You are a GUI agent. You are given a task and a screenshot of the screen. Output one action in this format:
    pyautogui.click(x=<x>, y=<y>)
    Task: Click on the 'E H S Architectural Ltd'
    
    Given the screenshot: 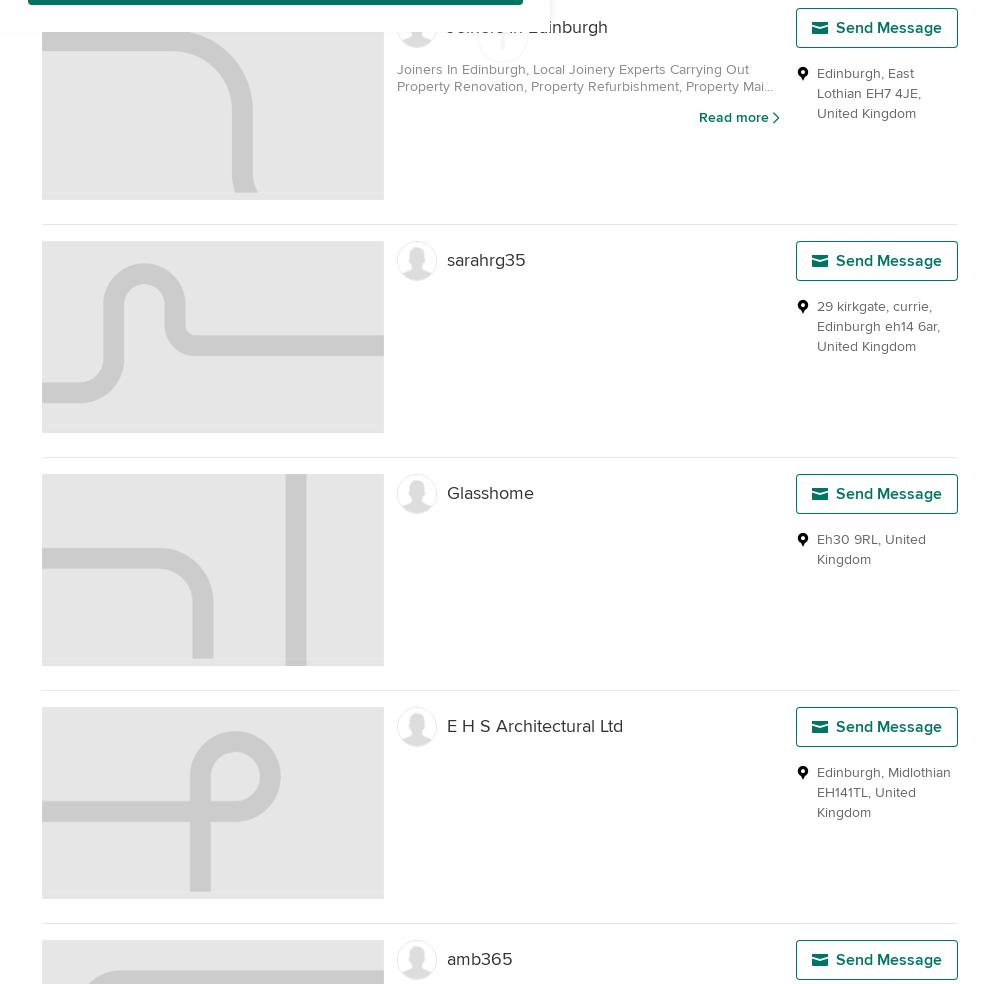 What is the action you would take?
    pyautogui.click(x=535, y=725)
    